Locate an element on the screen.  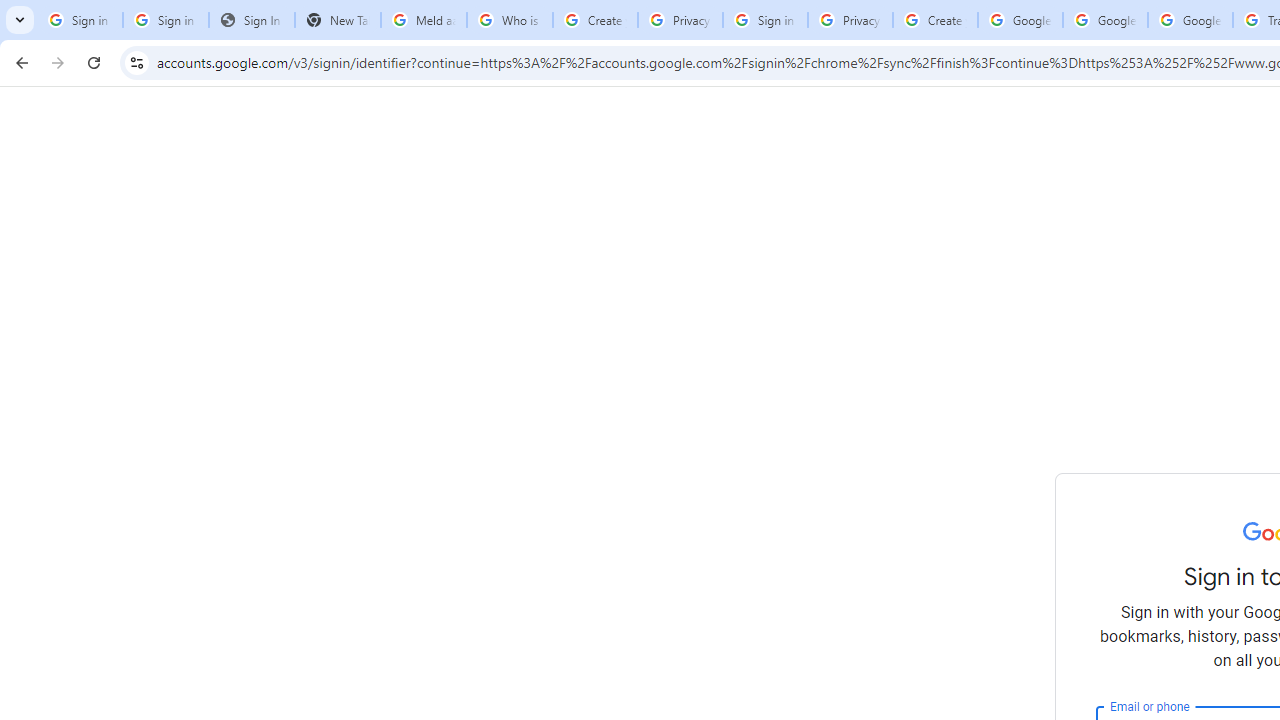
'Create your Google Account' is located at coordinates (934, 20).